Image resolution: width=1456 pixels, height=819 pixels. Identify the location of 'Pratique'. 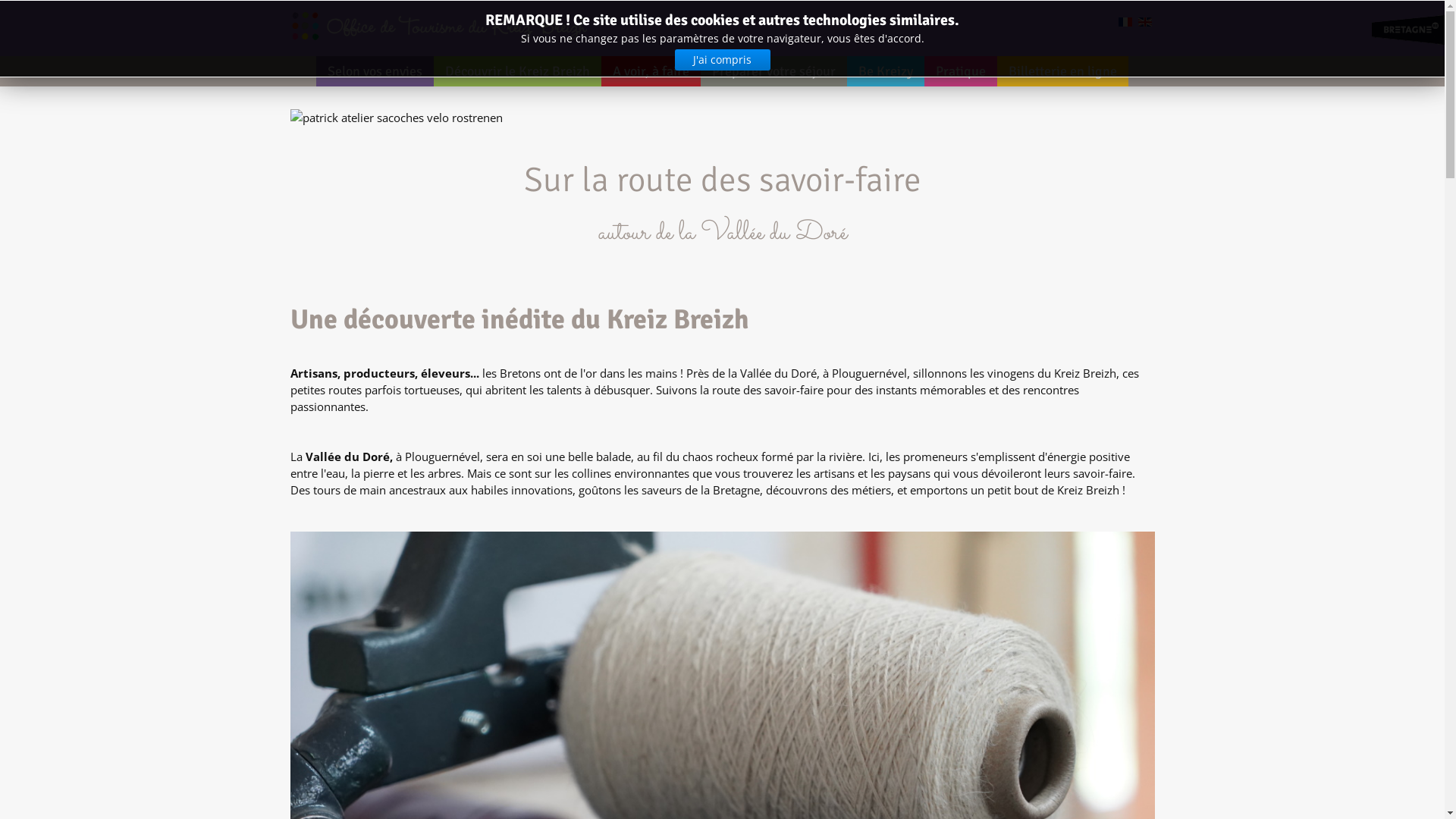
(960, 71).